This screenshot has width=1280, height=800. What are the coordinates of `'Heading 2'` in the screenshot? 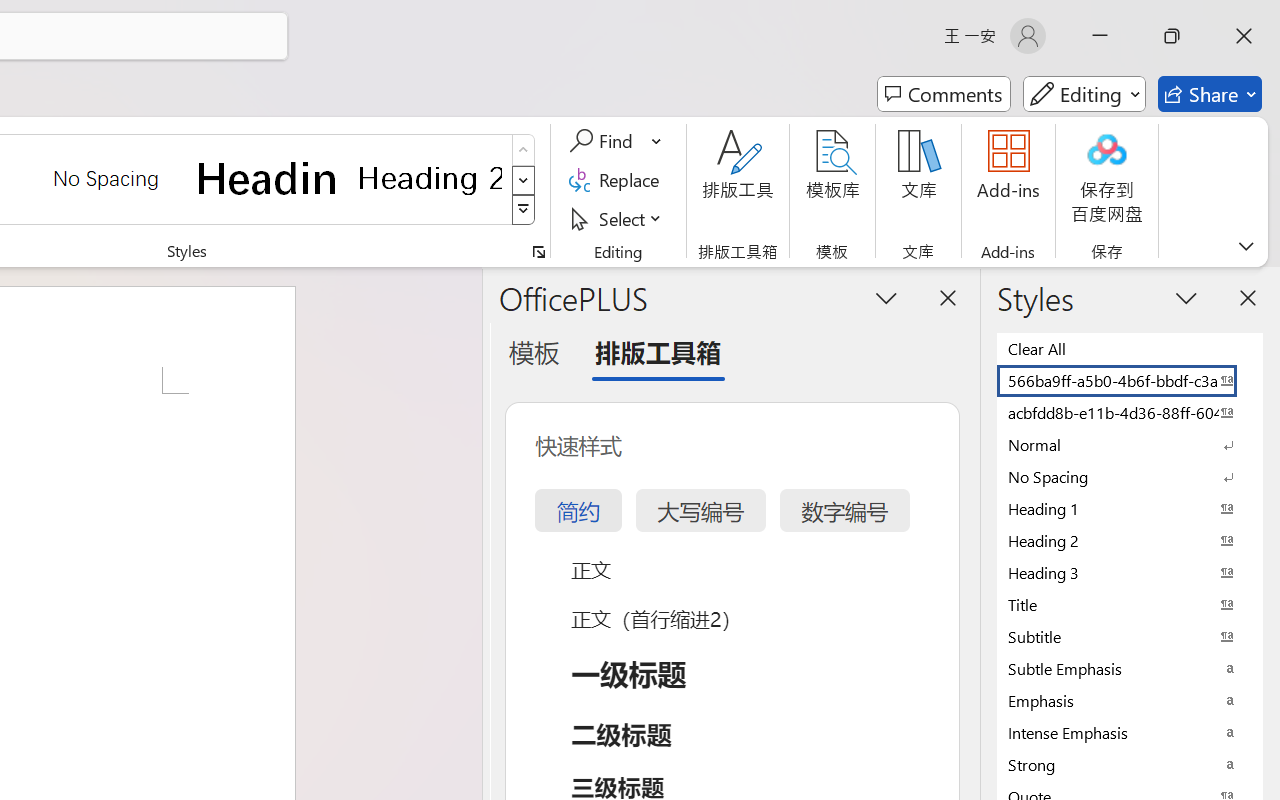 It's located at (429, 177).